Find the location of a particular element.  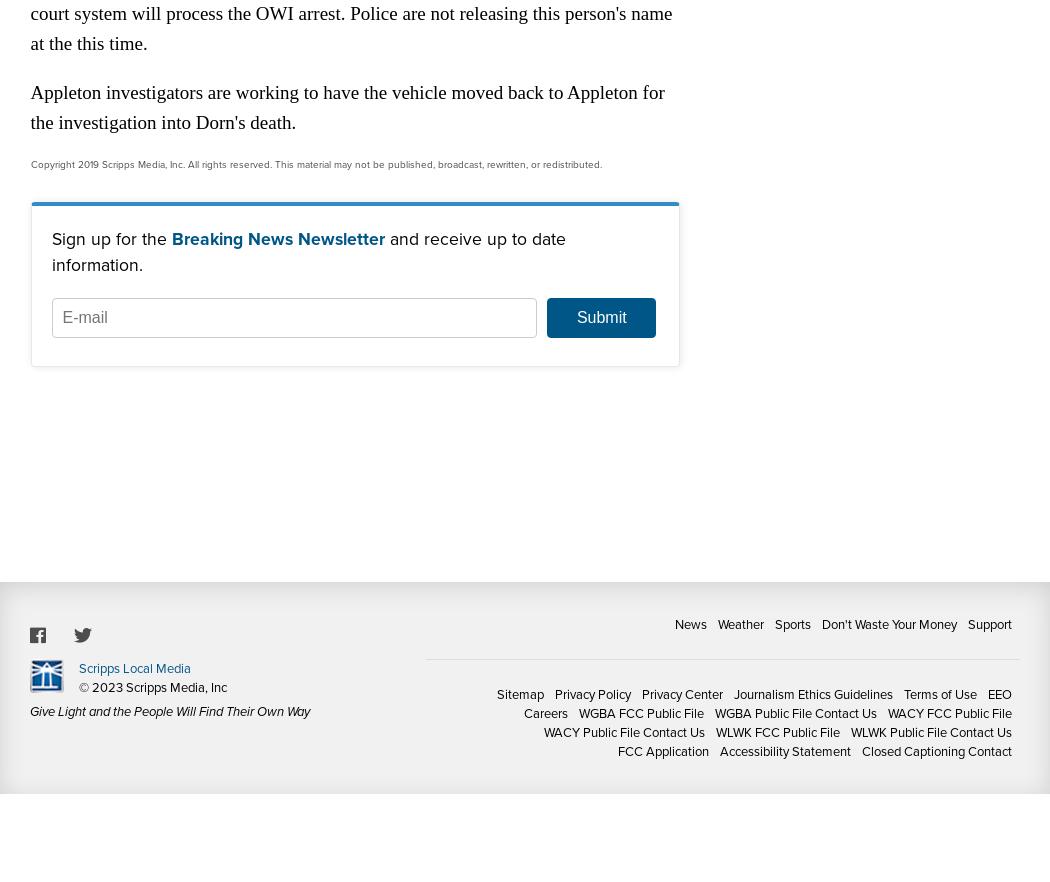

'Weather' is located at coordinates (739, 623).